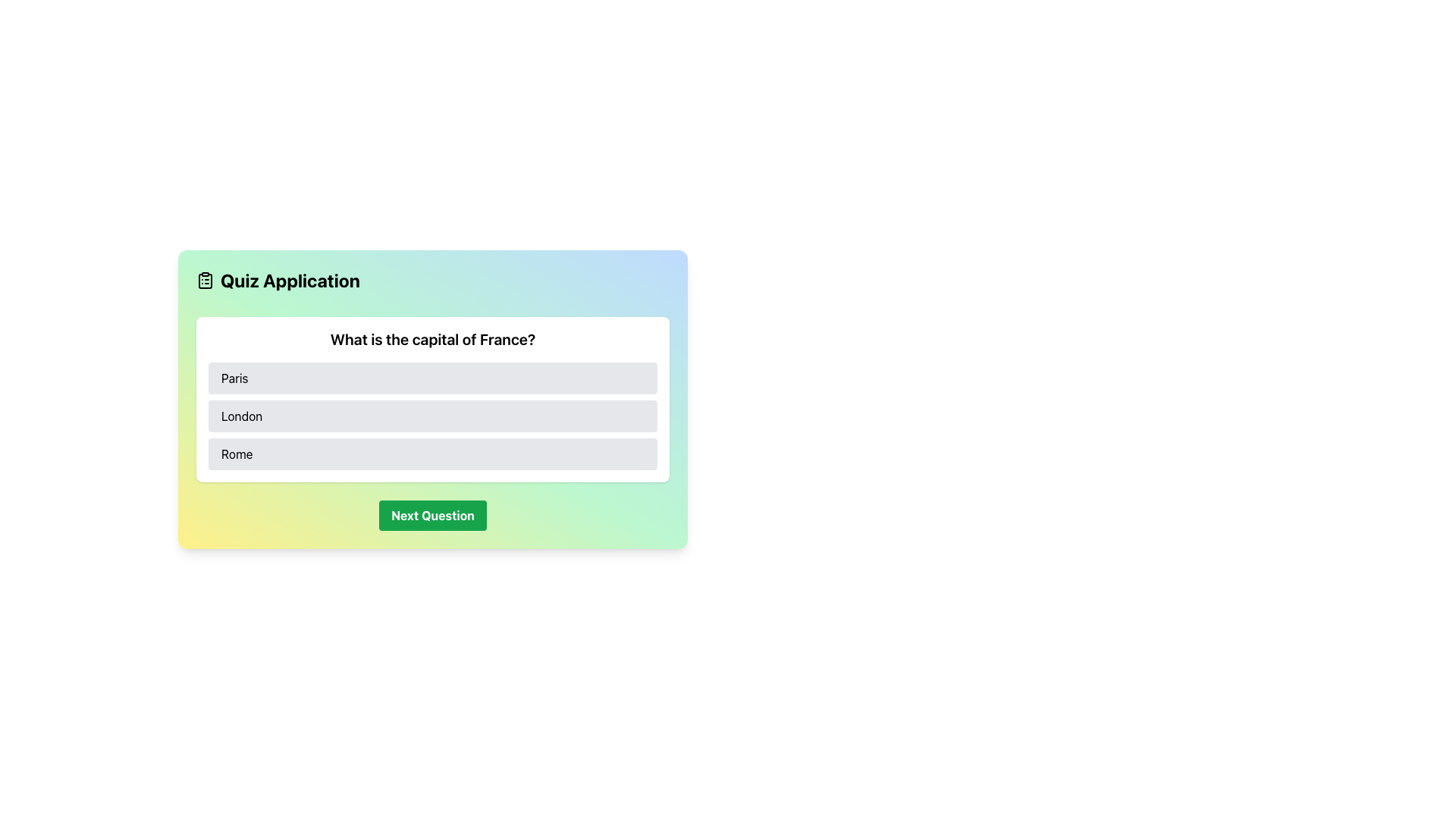  I want to click on the second option button that submits 'London' as an answer in the quiz interface to change its background color, so click(432, 416).